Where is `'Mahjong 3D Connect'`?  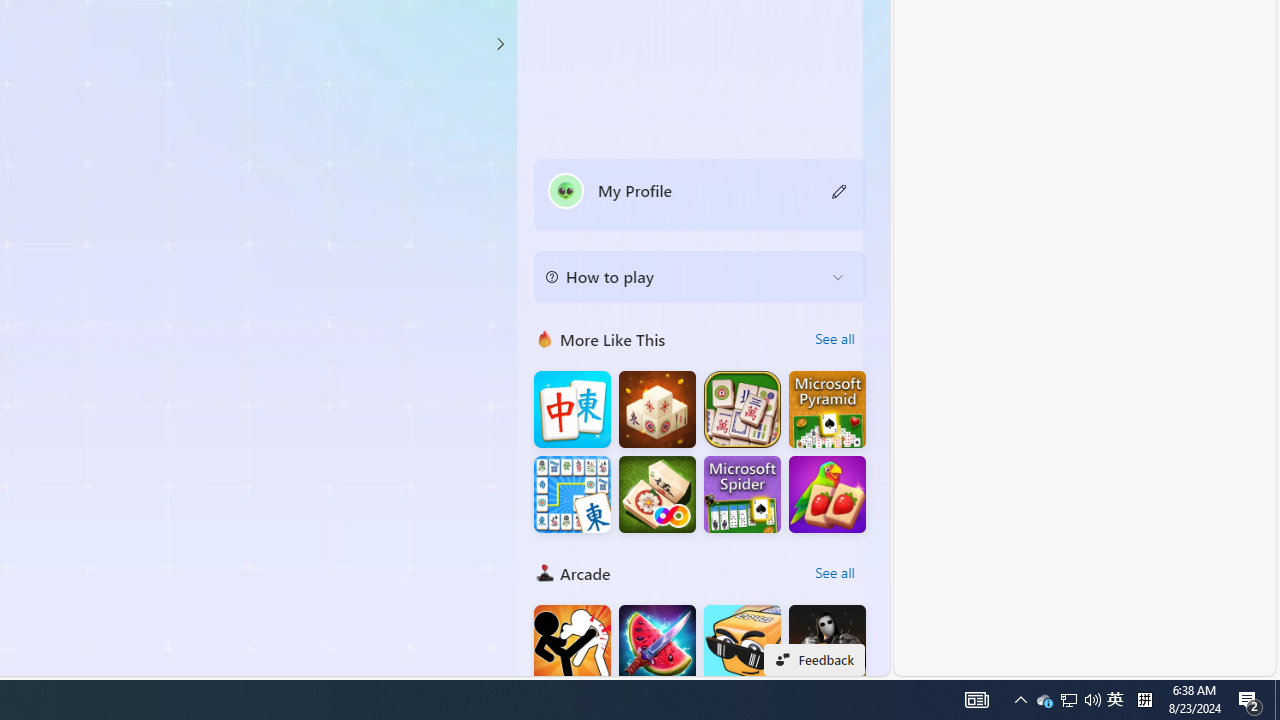
'Mahjong 3D Connect' is located at coordinates (657, 408).